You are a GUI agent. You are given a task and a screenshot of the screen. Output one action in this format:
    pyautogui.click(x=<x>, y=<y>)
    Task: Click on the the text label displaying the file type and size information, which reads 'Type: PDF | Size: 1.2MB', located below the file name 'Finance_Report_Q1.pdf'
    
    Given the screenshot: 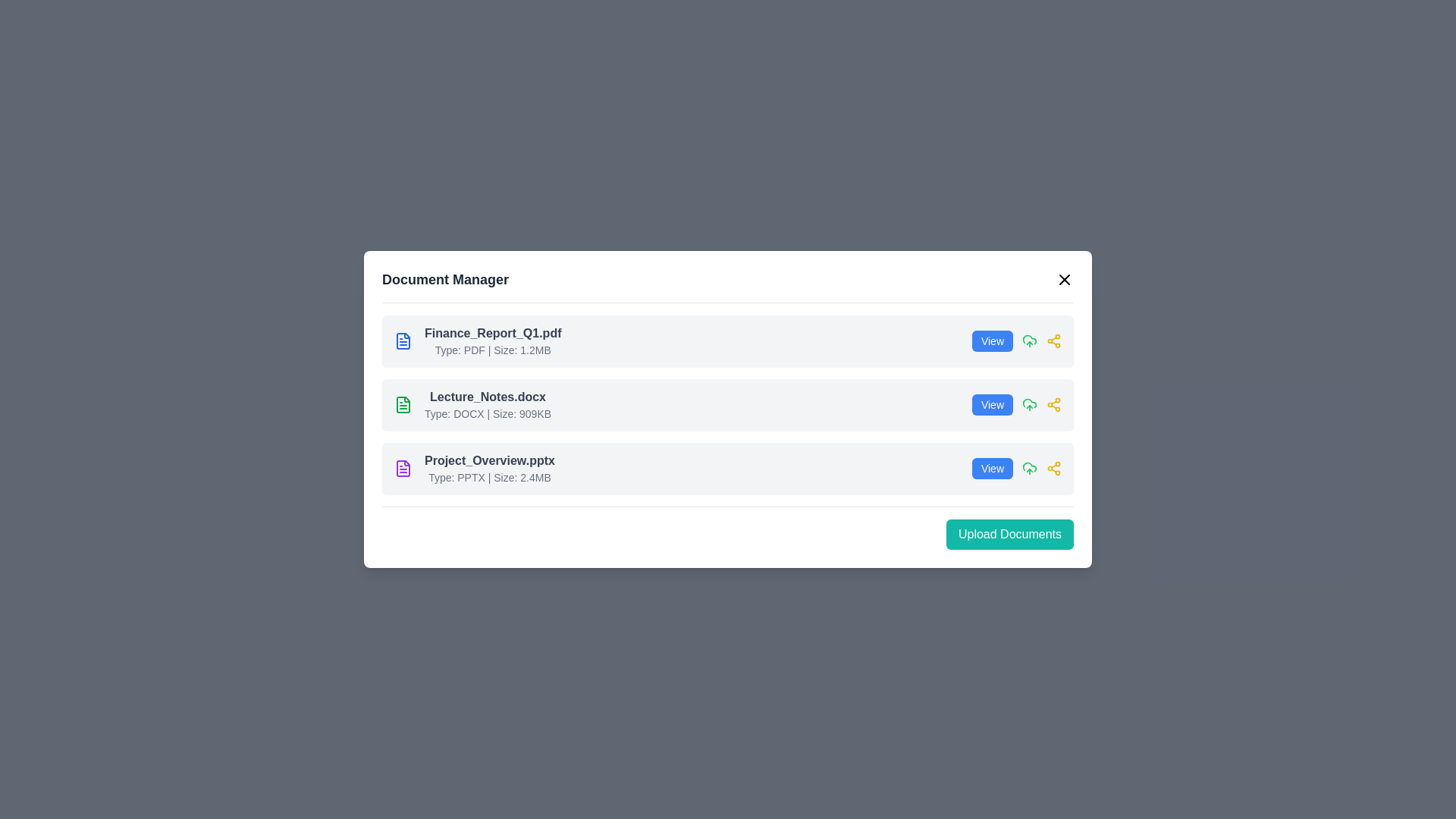 What is the action you would take?
    pyautogui.click(x=493, y=350)
    